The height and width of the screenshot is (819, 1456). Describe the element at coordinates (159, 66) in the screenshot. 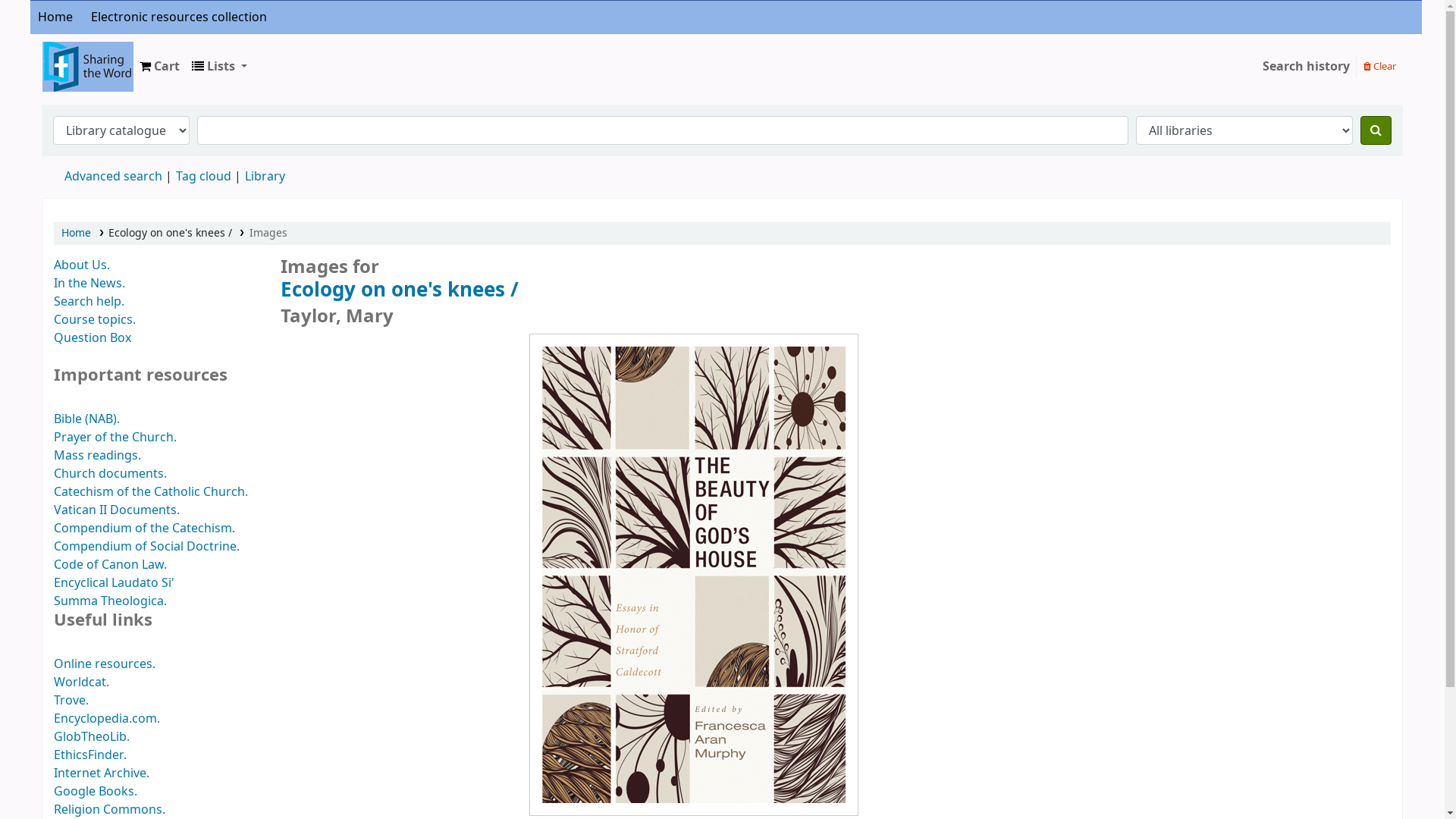

I see `'Cart'` at that location.